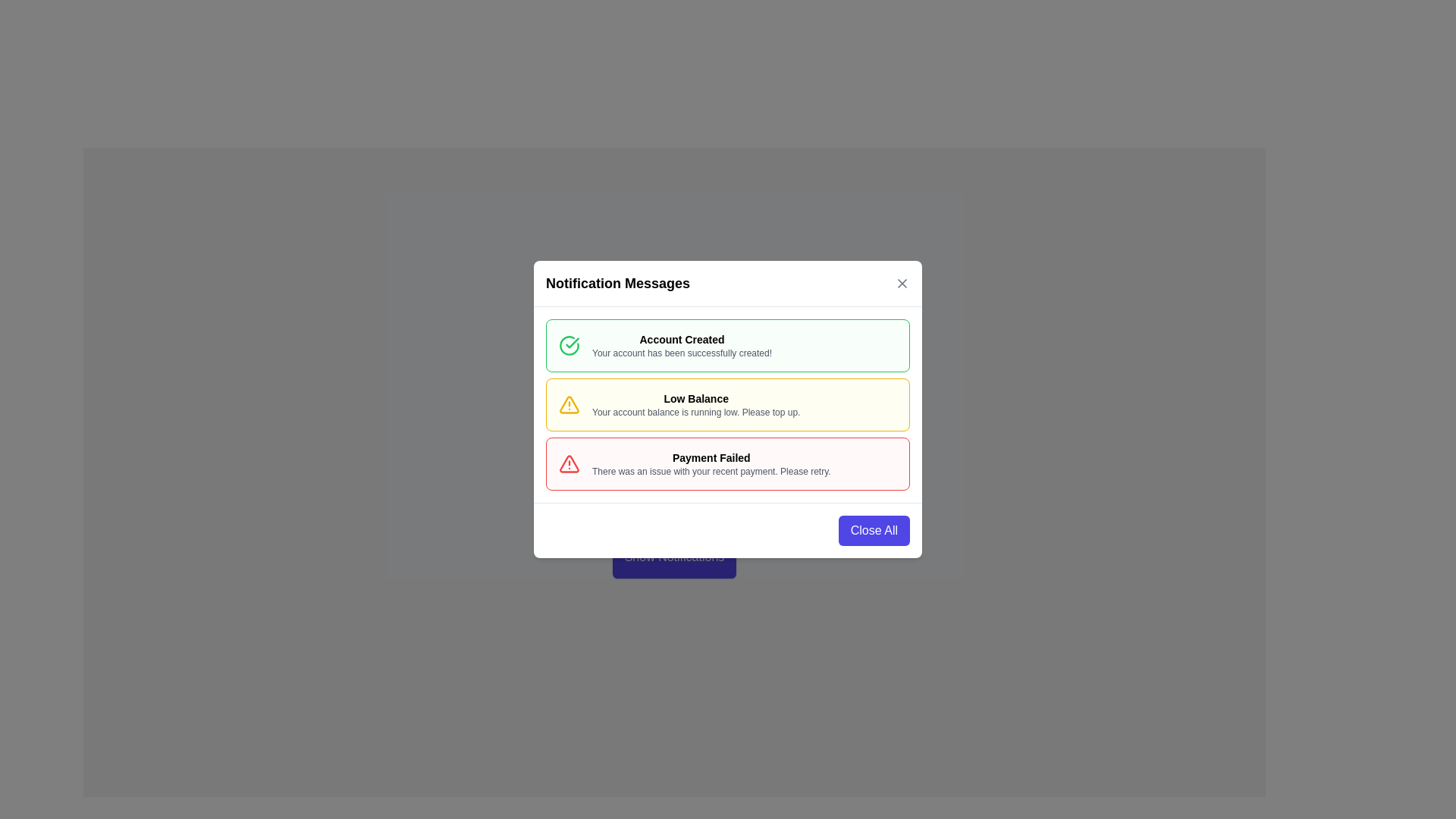  I want to click on the notification message regarding a failed payment, located in the third notification box below the 'Account Created' and 'Low Balance' notifications, so click(711, 463).